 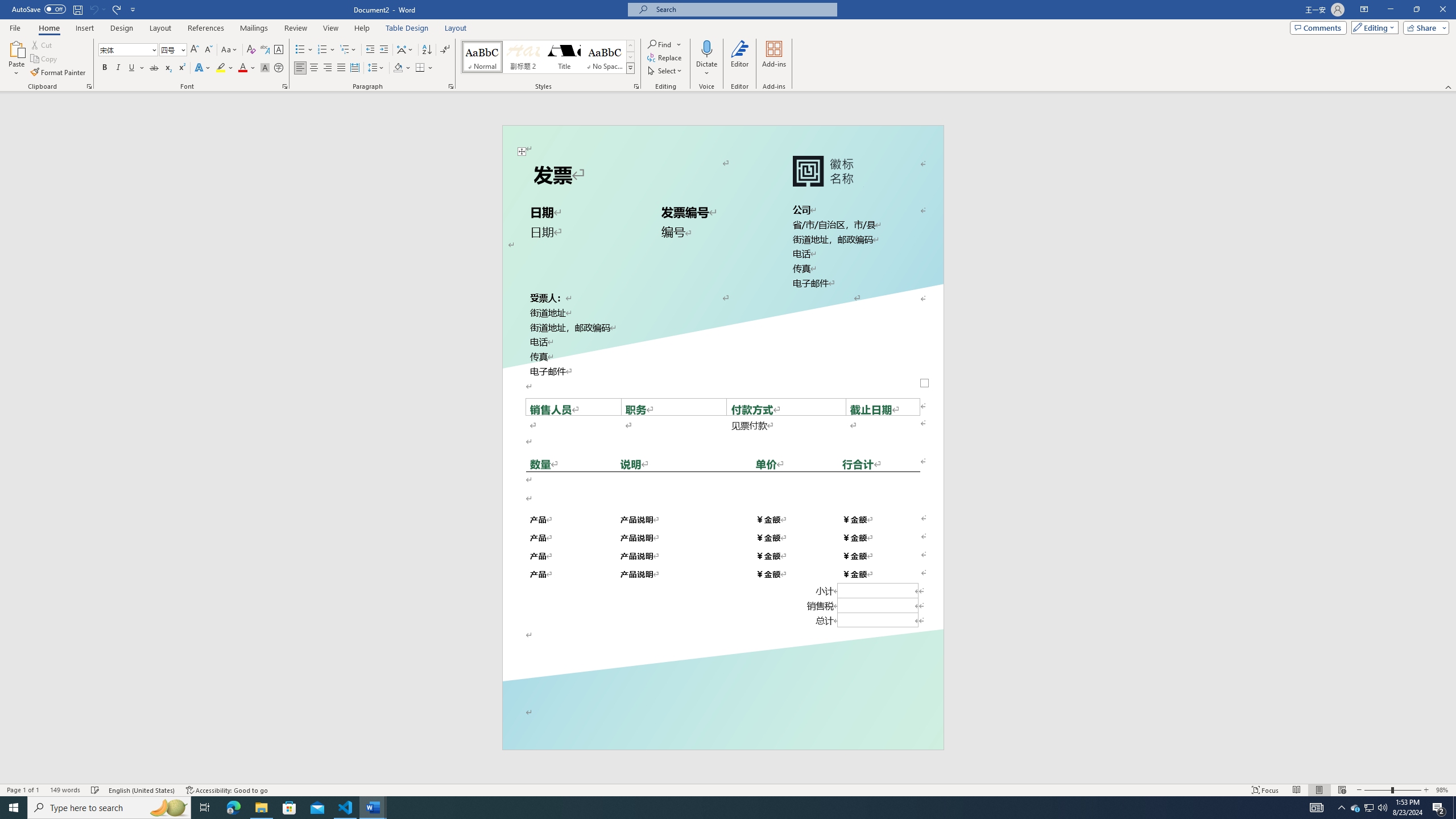 What do you see at coordinates (723, 723) in the screenshot?
I see `'First Page Footer -Section 1-'` at bounding box center [723, 723].